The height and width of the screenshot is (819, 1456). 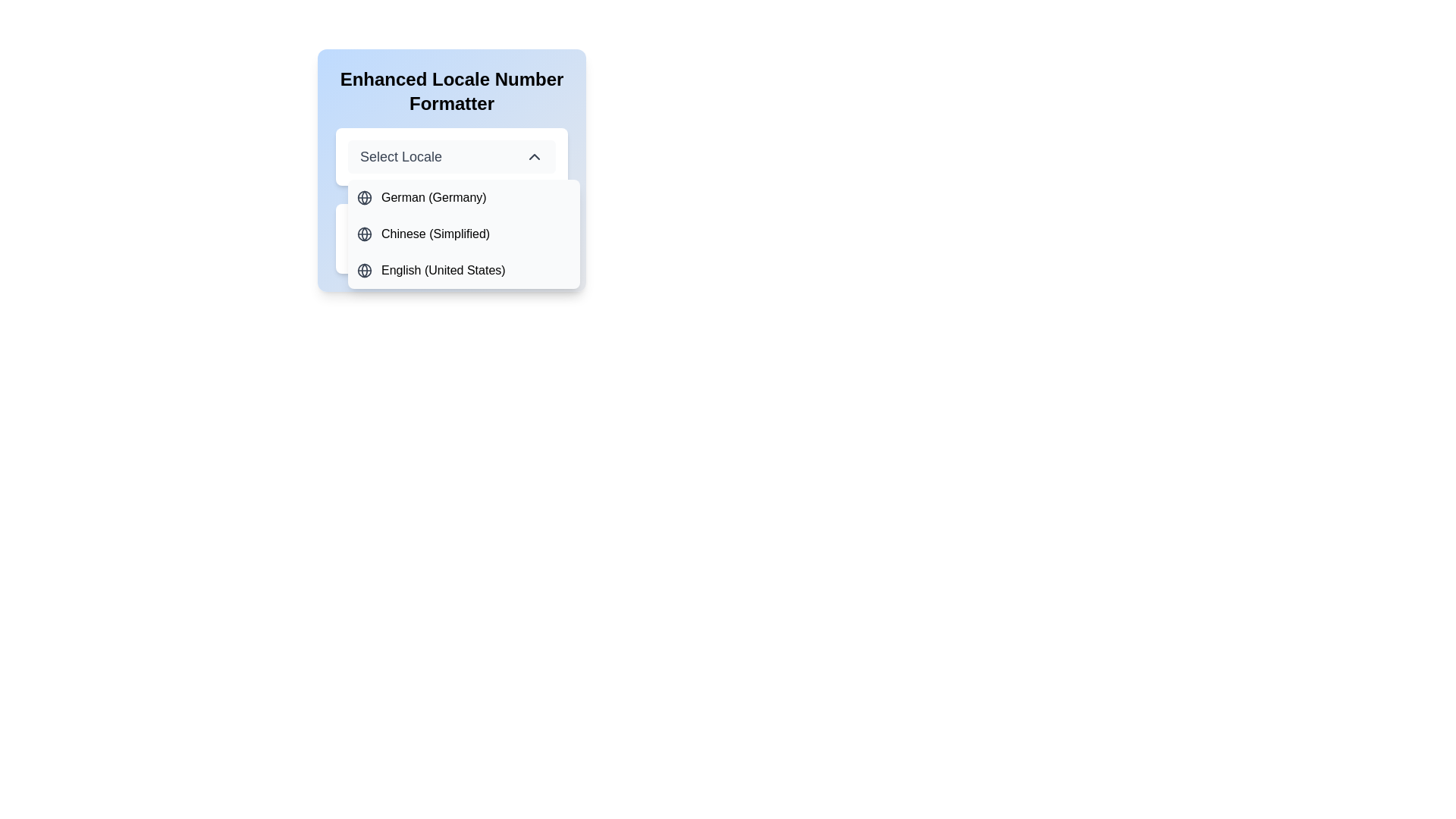 What do you see at coordinates (364, 270) in the screenshot?
I see `the SVG Circle representing the outline of a globe icon within the locale selector dropdown menu` at bounding box center [364, 270].